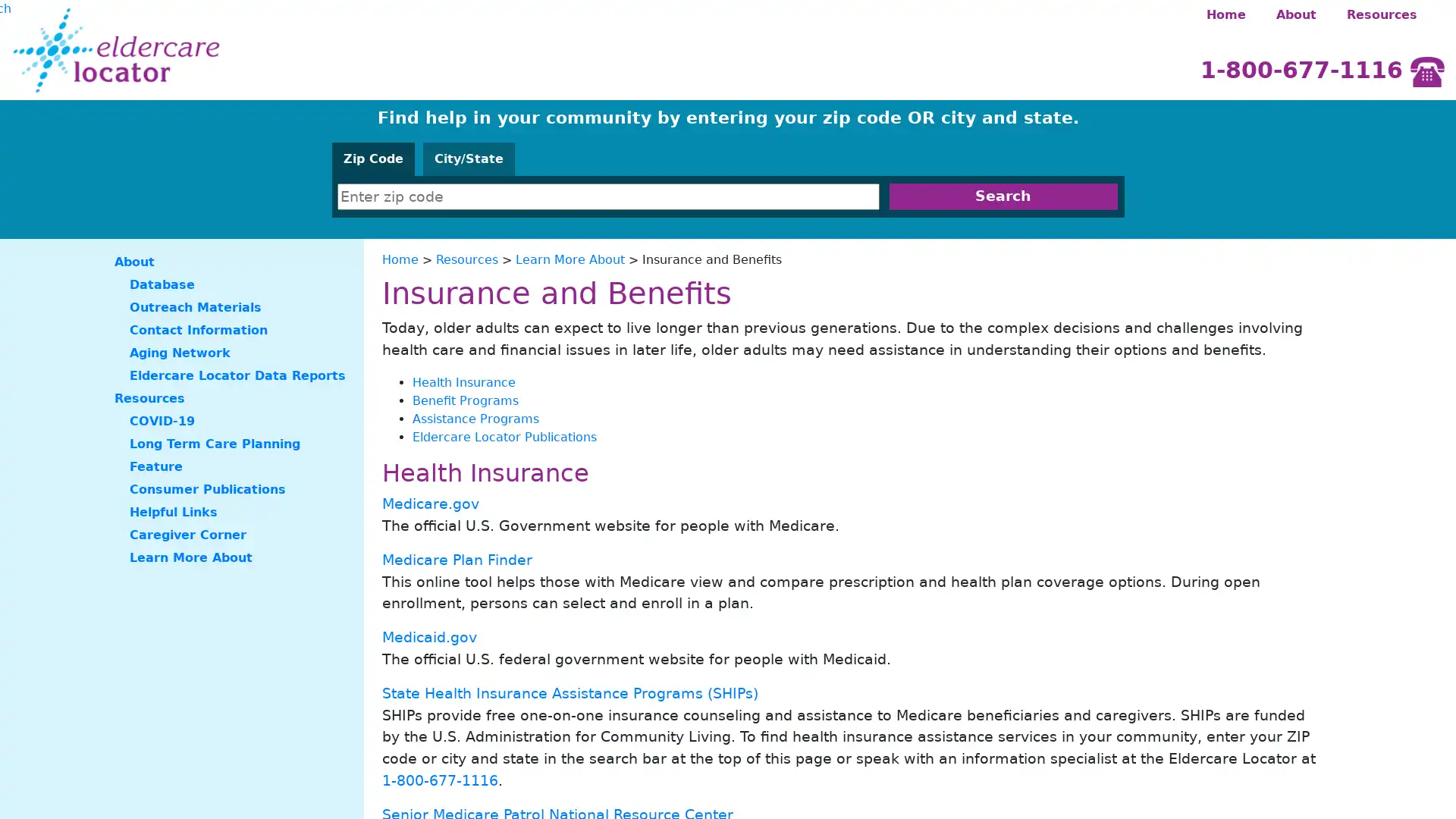 The width and height of the screenshot is (1456, 819). Describe the element at coordinates (1003, 196) in the screenshot. I see `Search` at that location.